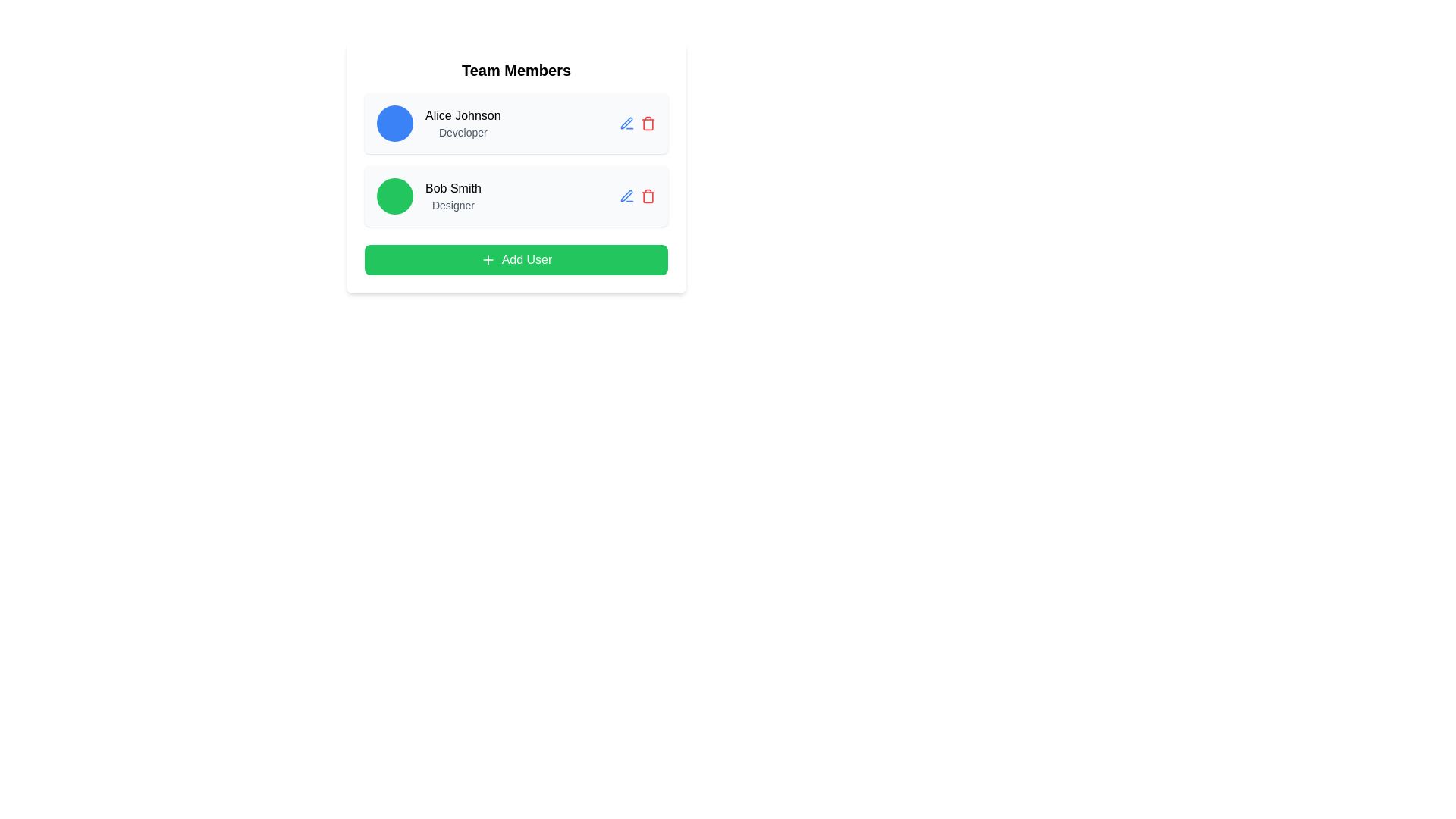 The width and height of the screenshot is (1456, 819). What do you see at coordinates (452, 195) in the screenshot?
I see `the text display element that identifies a team member, showing their name and role, located in the second row of the team members list, to the right of the user's avatar icon` at bounding box center [452, 195].